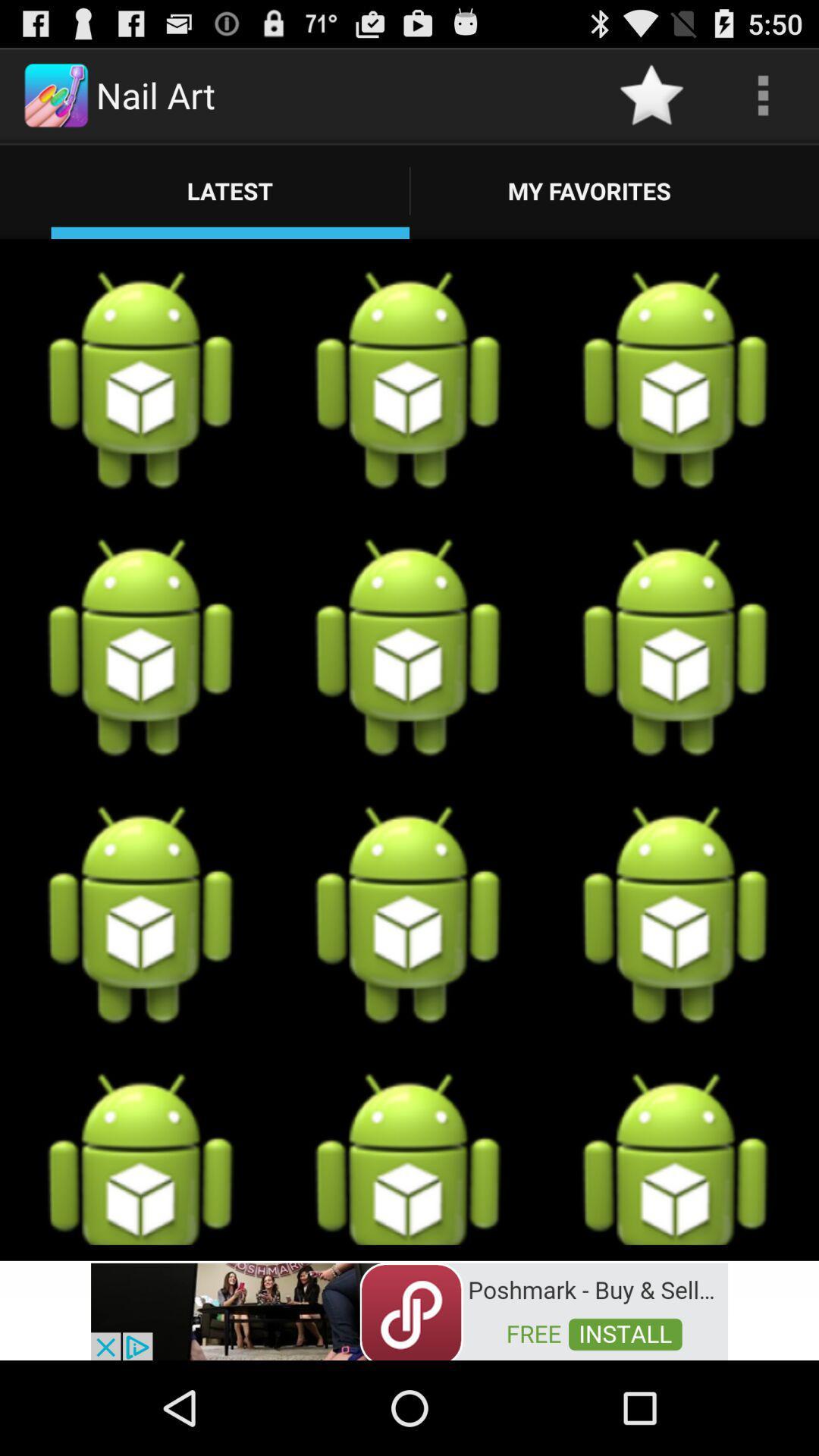 The width and height of the screenshot is (819, 1456). What do you see at coordinates (763, 94) in the screenshot?
I see `open menu` at bounding box center [763, 94].